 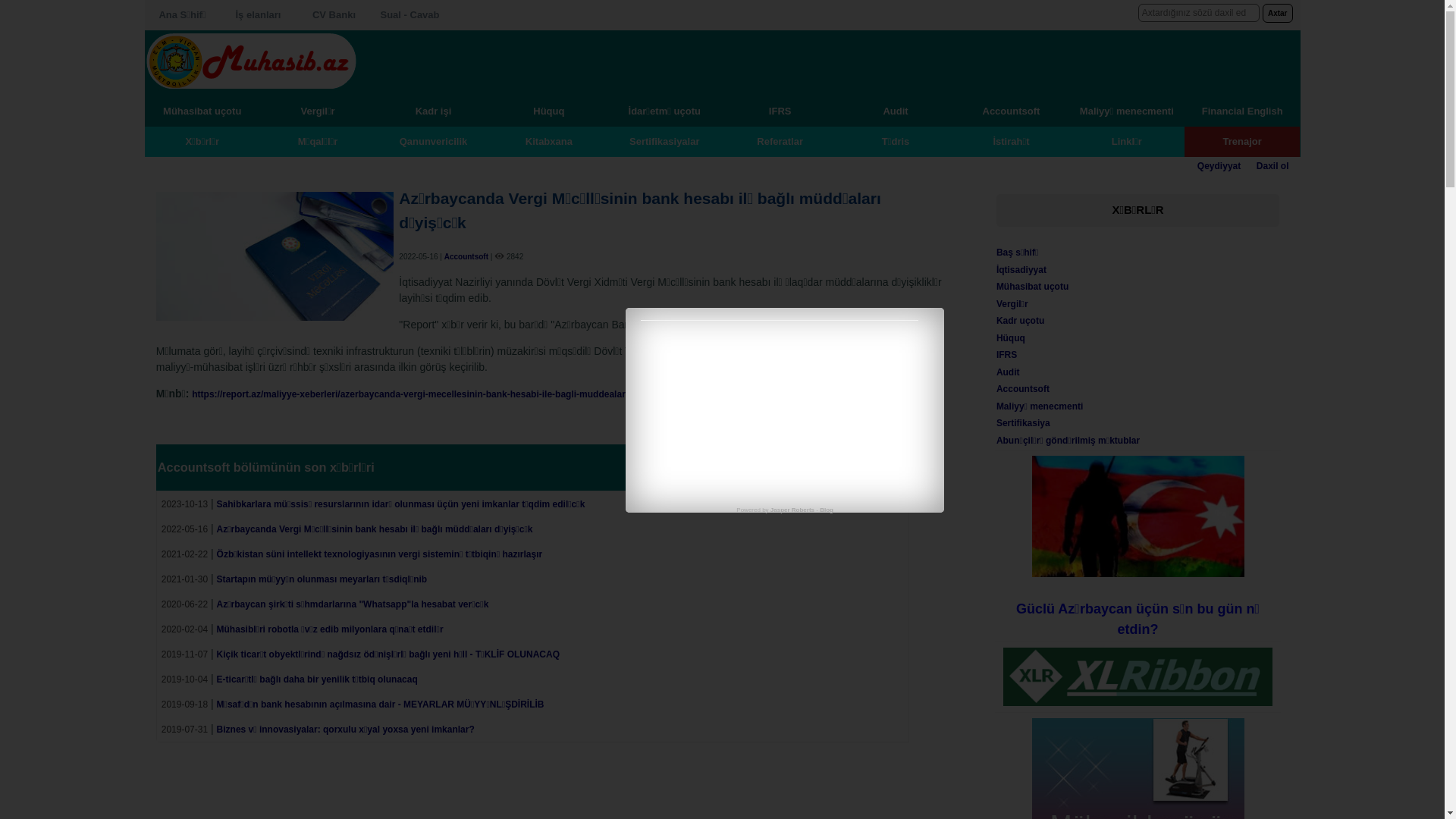 What do you see at coordinates (1011, 110) in the screenshot?
I see `'Accountsoft'` at bounding box center [1011, 110].